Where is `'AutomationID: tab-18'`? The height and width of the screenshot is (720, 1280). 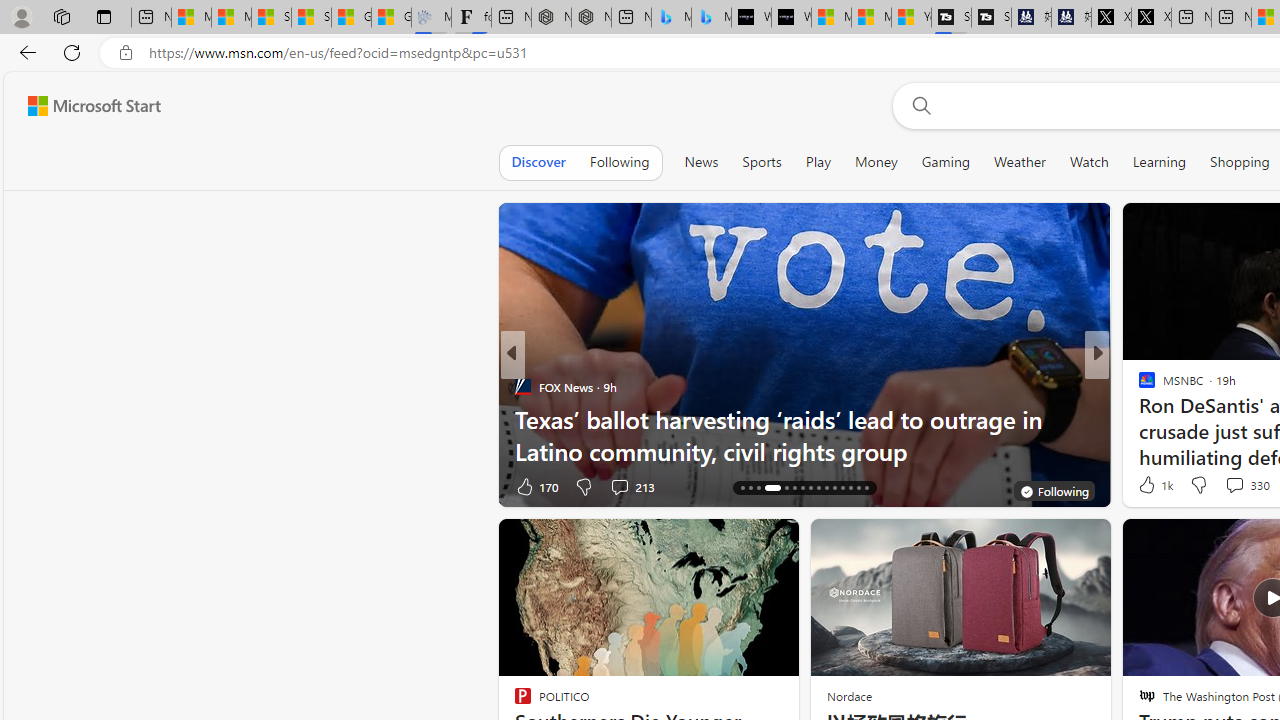
'AutomationID: tab-18' is located at coordinates (757, 488).